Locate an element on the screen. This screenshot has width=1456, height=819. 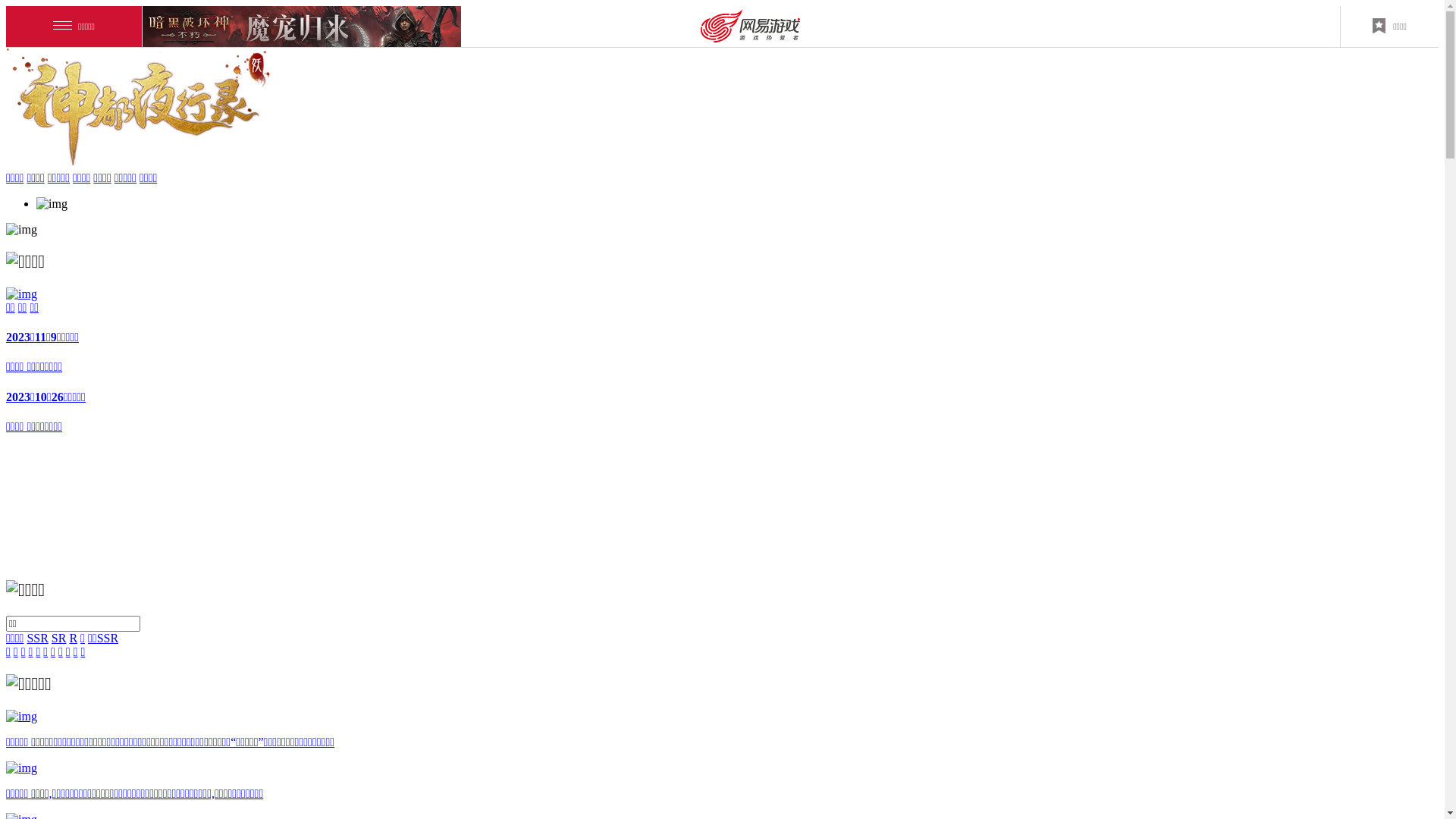
'SR' is located at coordinates (58, 638).